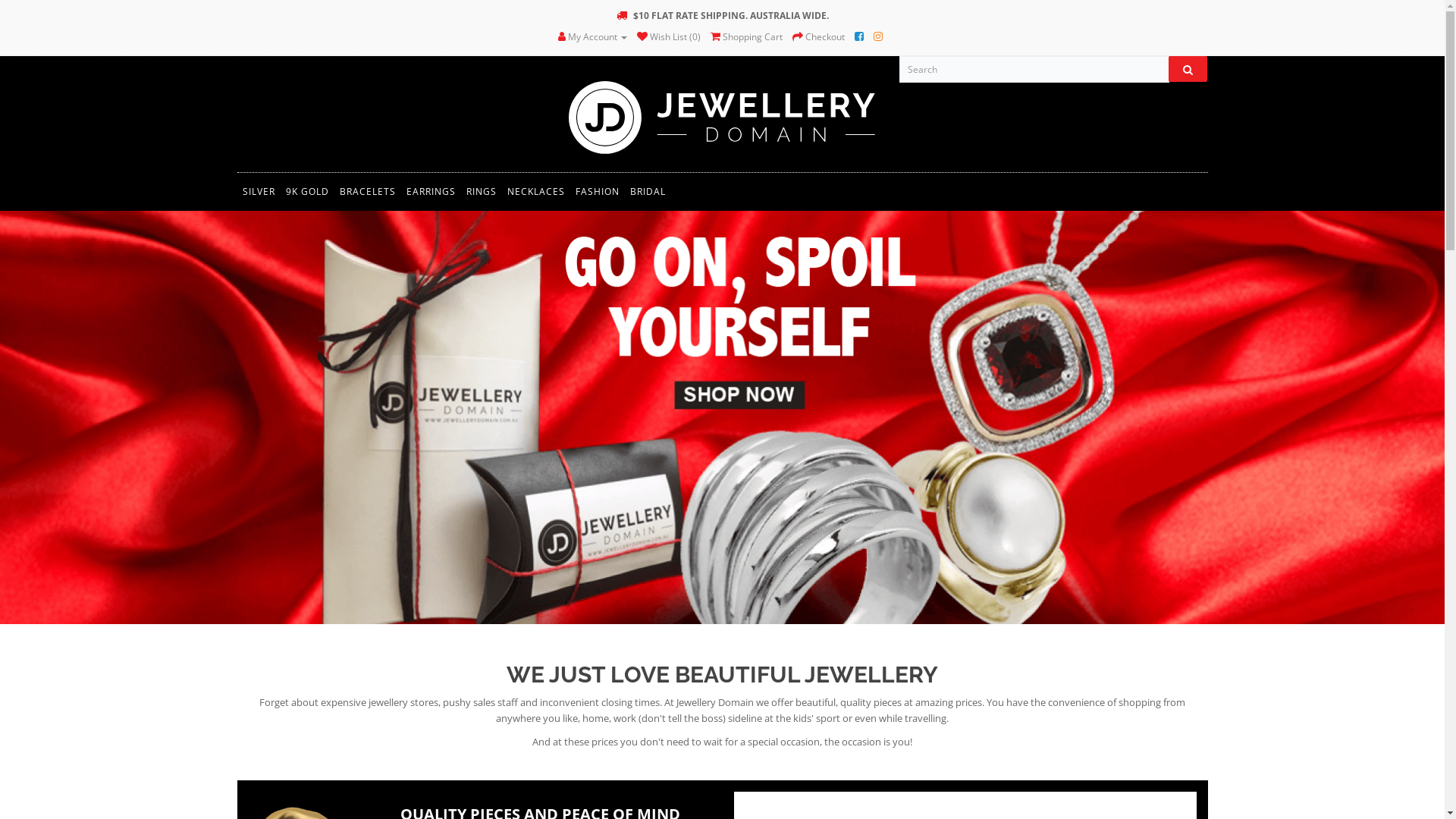  Describe the element at coordinates (367, 191) in the screenshot. I see `'BRACELETS'` at that location.